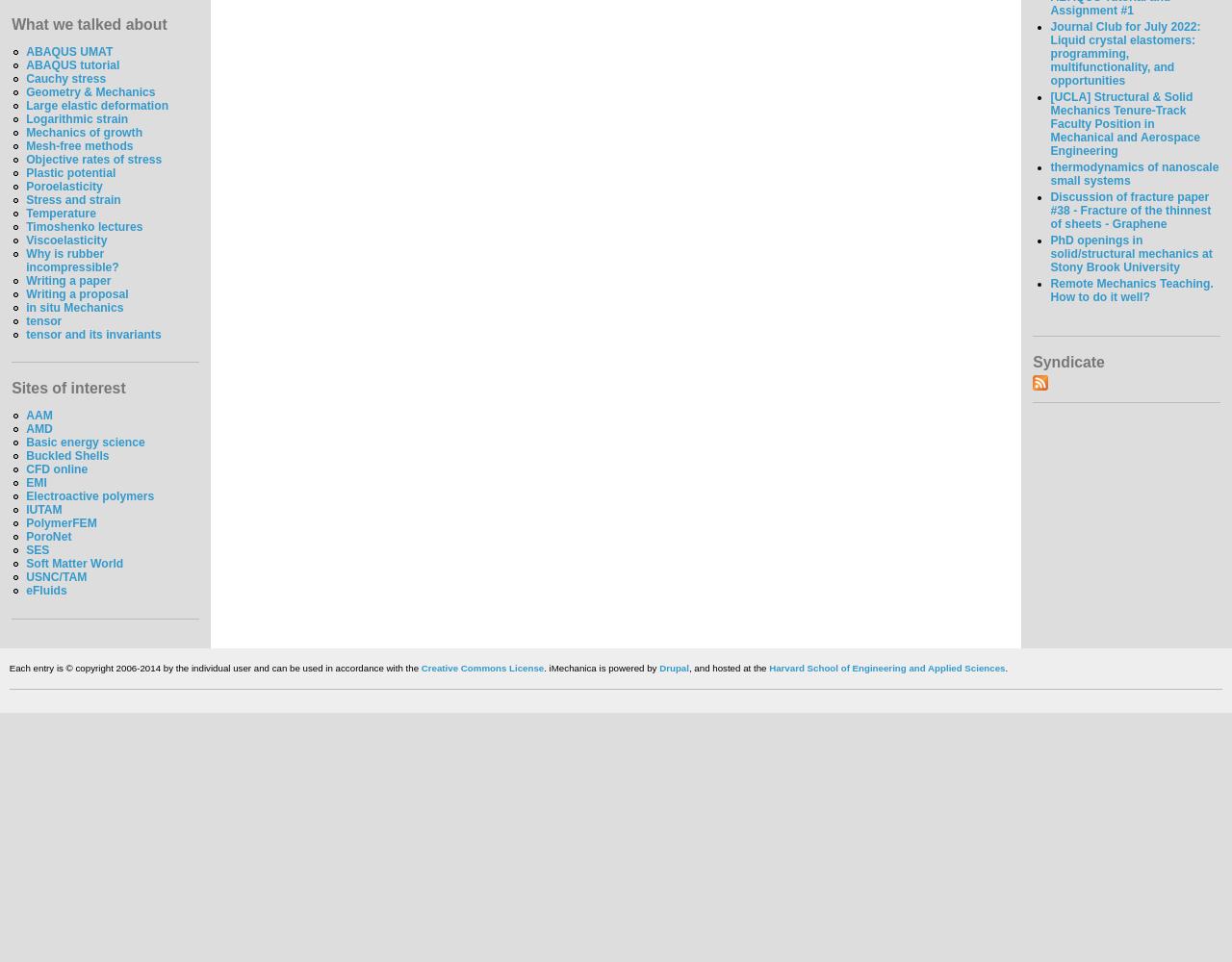  I want to click on 'Journal Club for July 2022: Liquid crystal elastomers: programming, multifunctionality, and opportunities', so click(1048, 54).